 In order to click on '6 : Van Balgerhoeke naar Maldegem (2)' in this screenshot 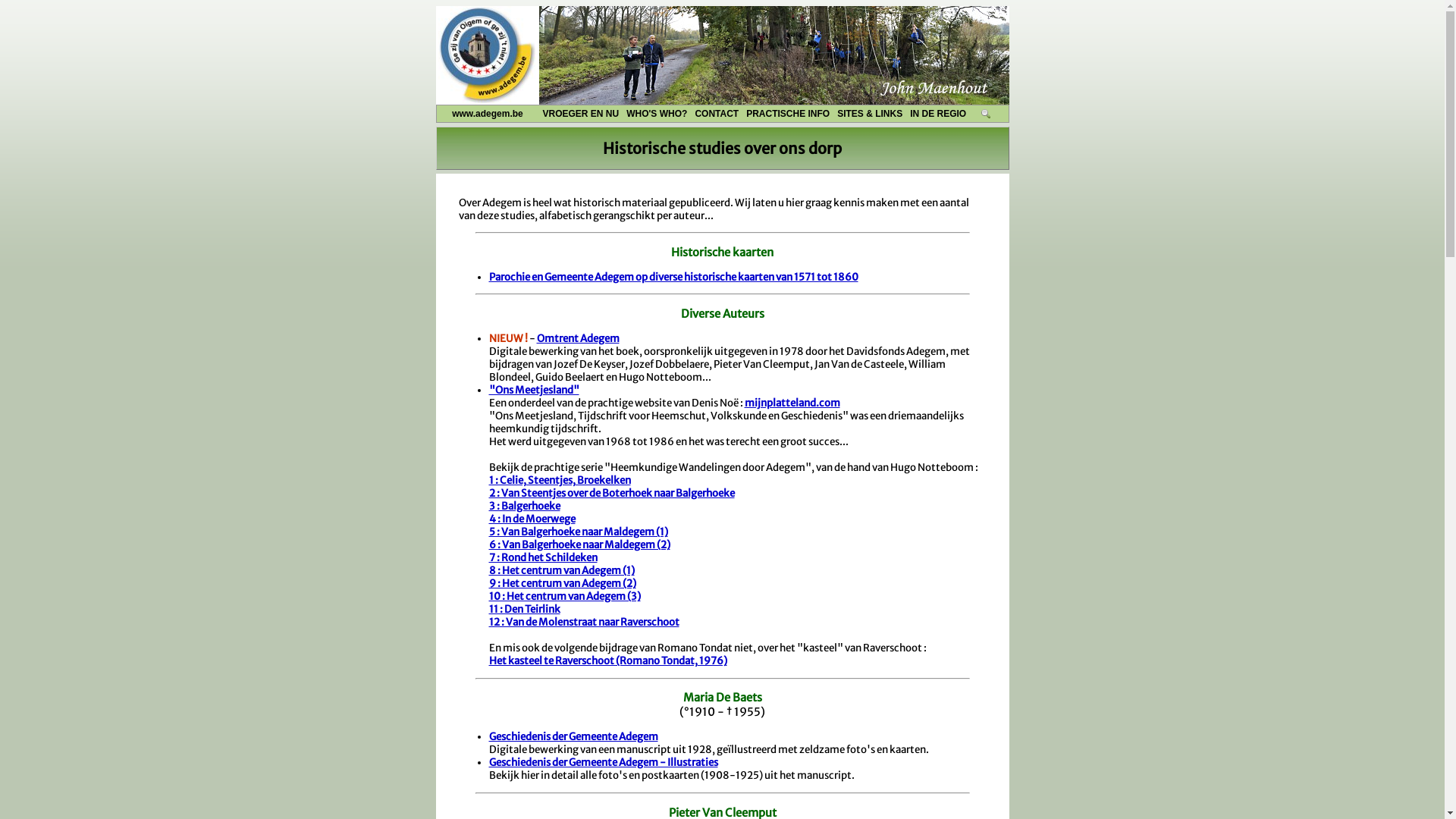, I will do `click(488, 544)`.